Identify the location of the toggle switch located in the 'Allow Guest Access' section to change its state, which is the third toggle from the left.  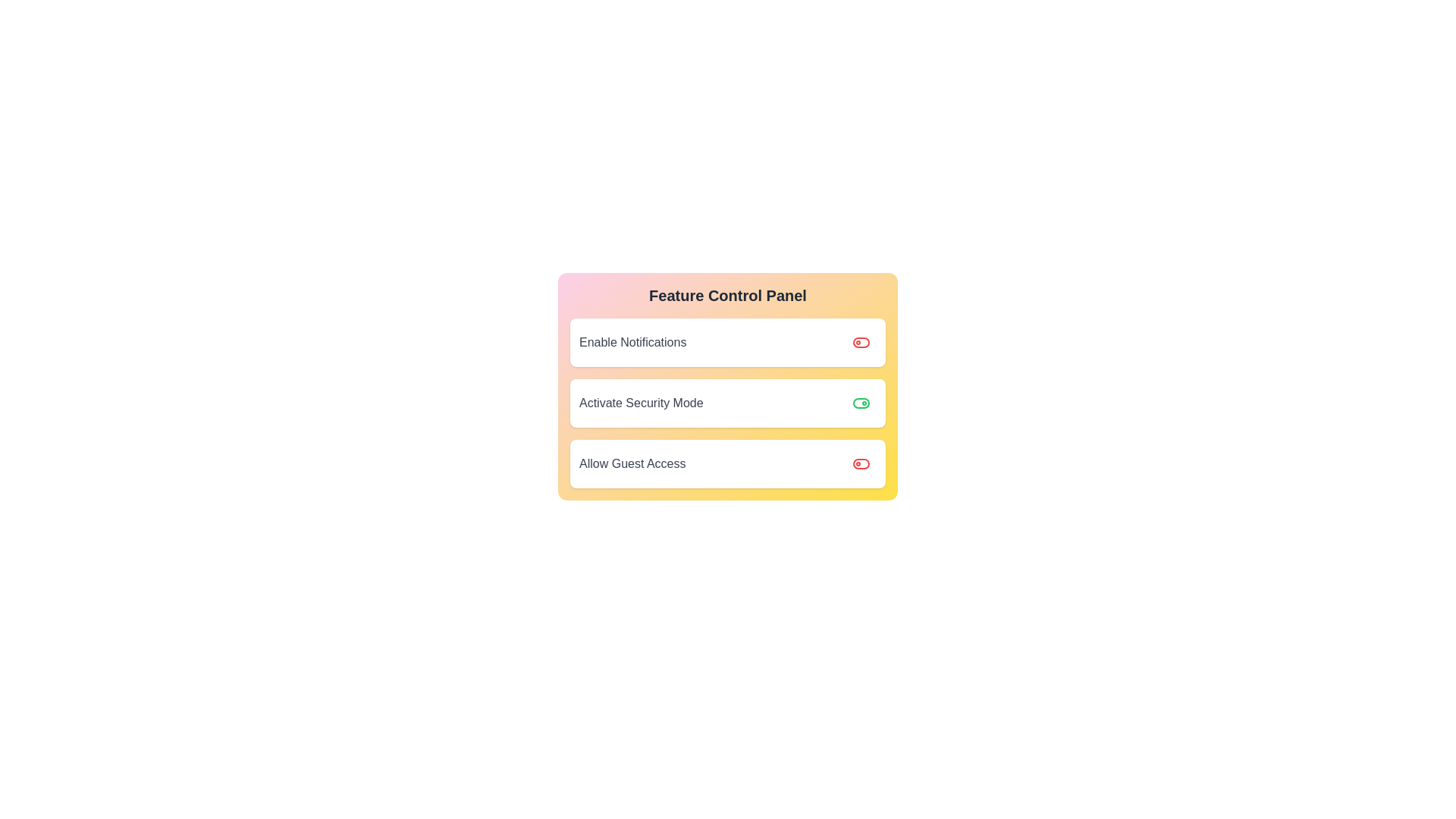
(861, 463).